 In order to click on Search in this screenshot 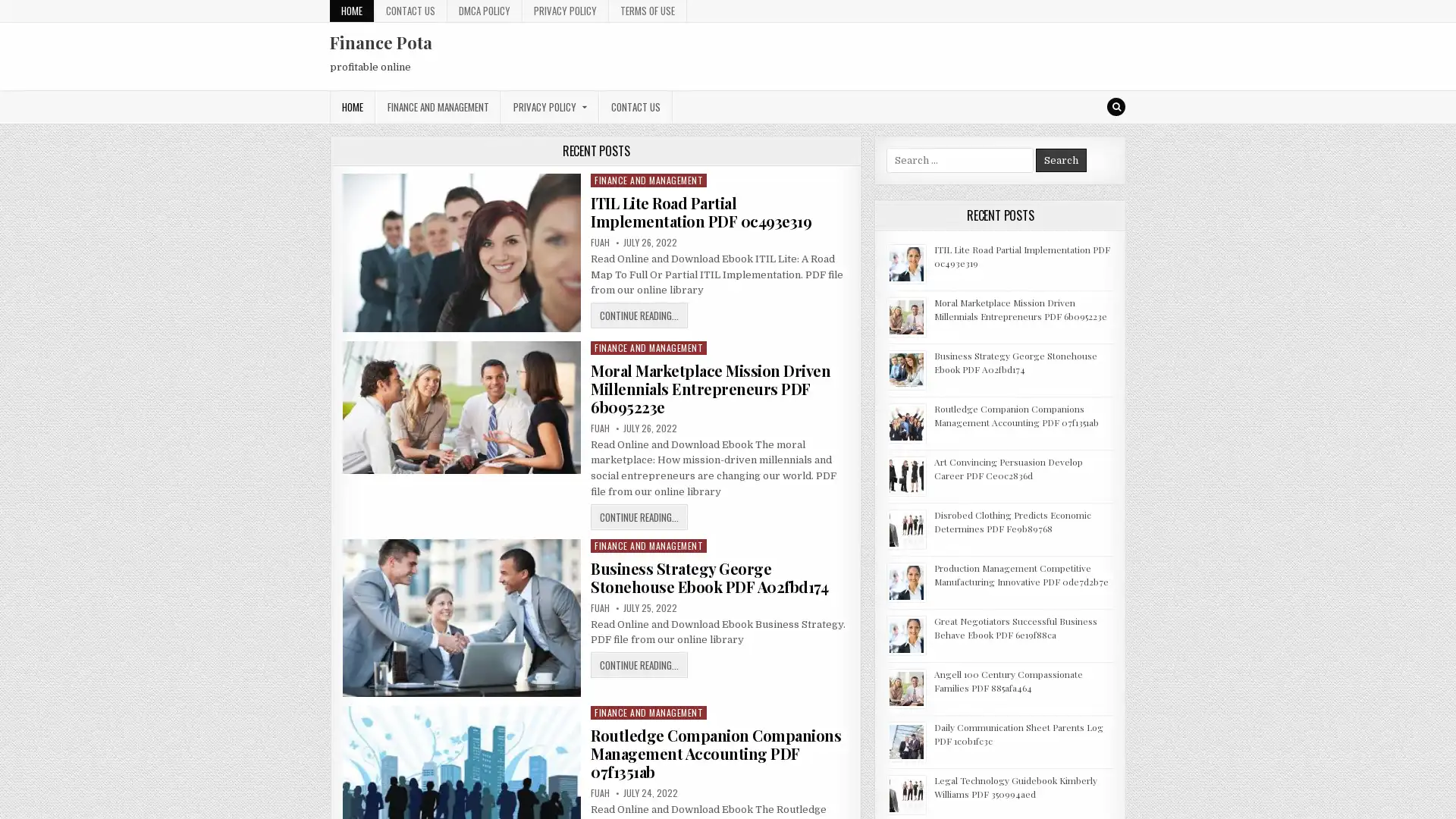, I will do `click(1060, 160)`.